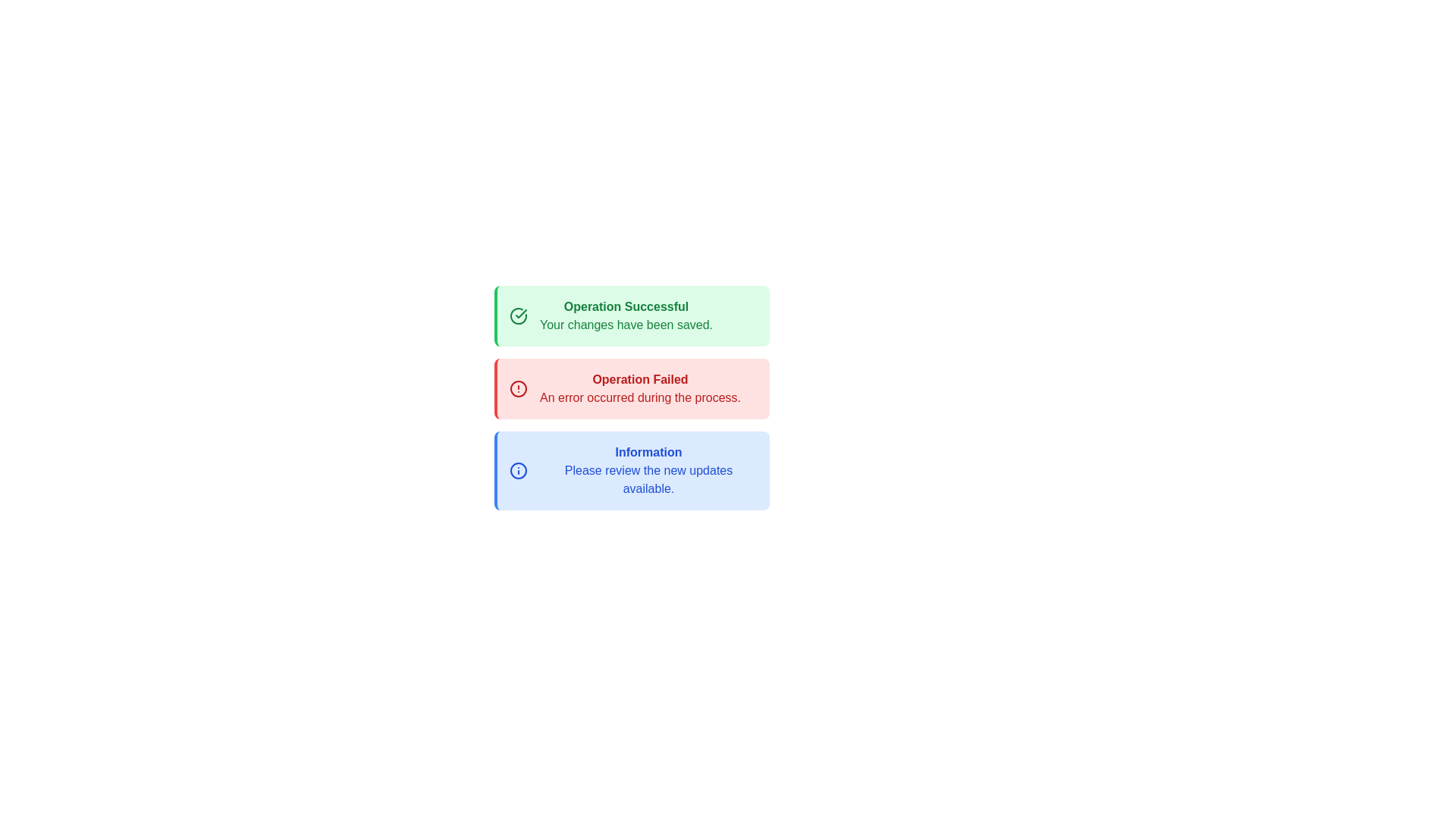  Describe the element at coordinates (648, 470) in the screenshot. I see `information from the informational message Text block located at the bottom of the vertical stack of panels, below the 'Operation Failed' red panel` at that location.